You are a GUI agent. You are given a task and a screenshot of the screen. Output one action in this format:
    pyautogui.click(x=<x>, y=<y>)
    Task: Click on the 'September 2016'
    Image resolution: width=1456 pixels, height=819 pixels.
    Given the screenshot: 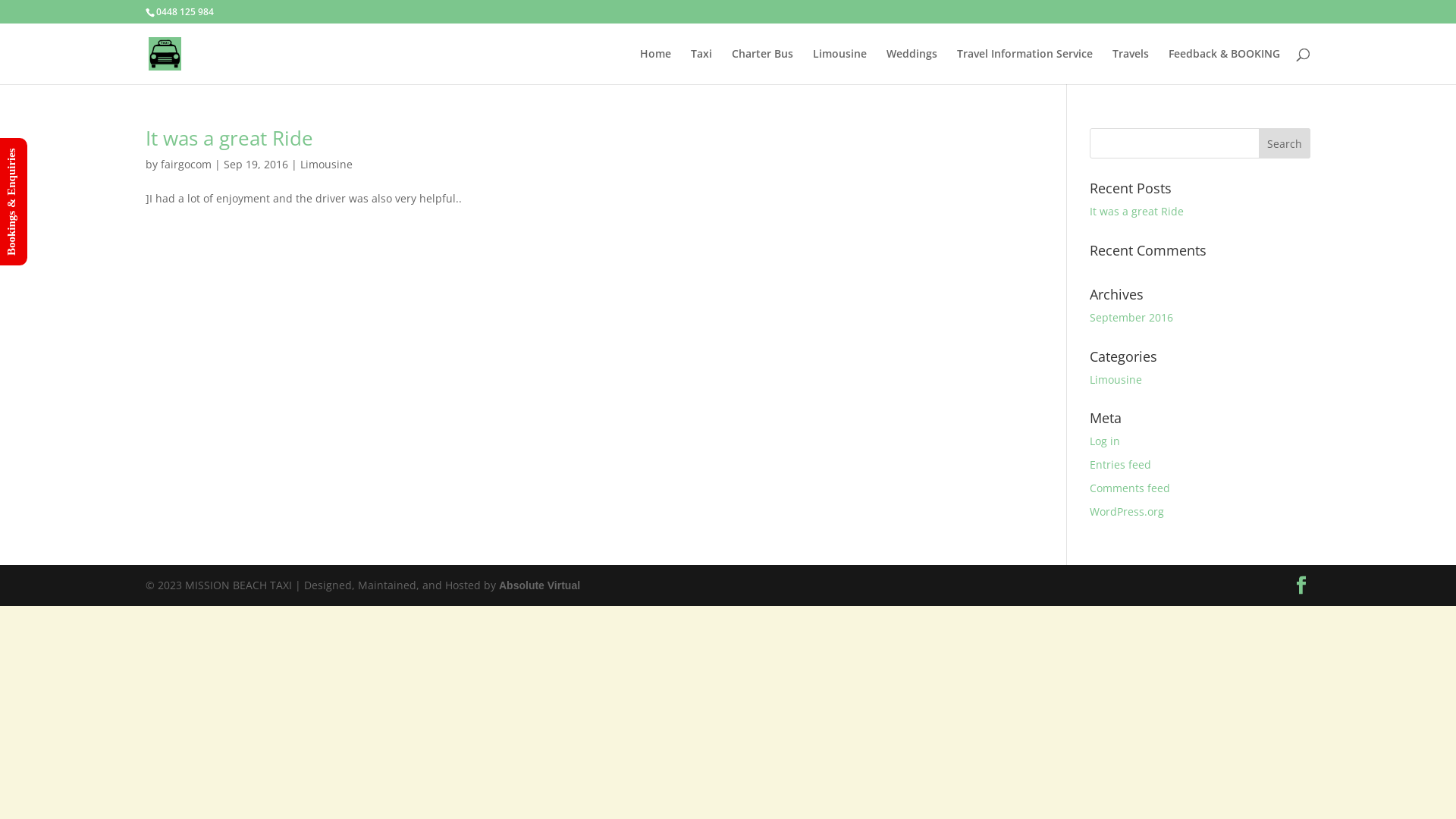 What is the action you would take?
    pyautogui.click(x=1131, y=316)
    